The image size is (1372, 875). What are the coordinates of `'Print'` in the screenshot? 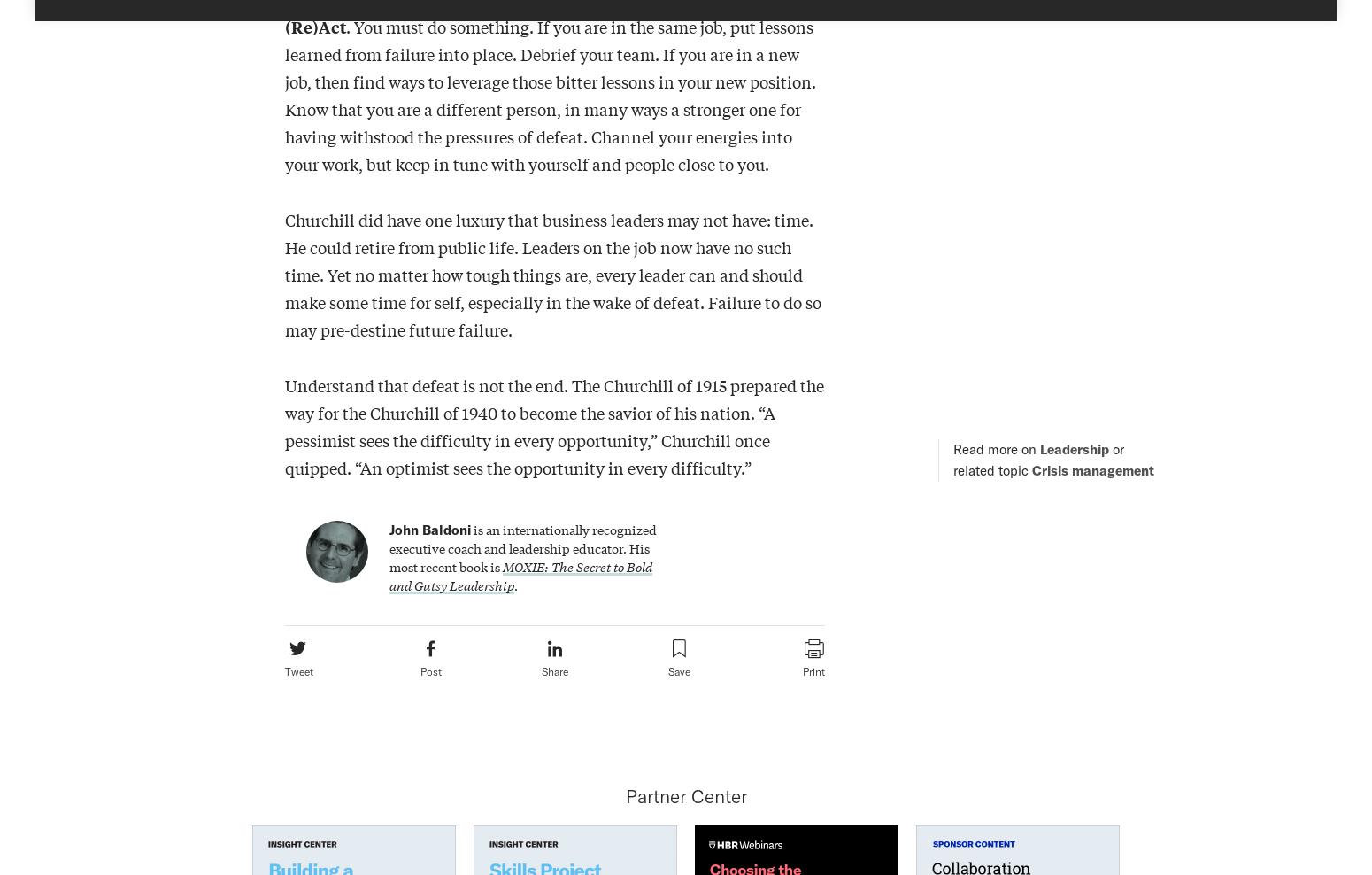 It's located at (813, 670).